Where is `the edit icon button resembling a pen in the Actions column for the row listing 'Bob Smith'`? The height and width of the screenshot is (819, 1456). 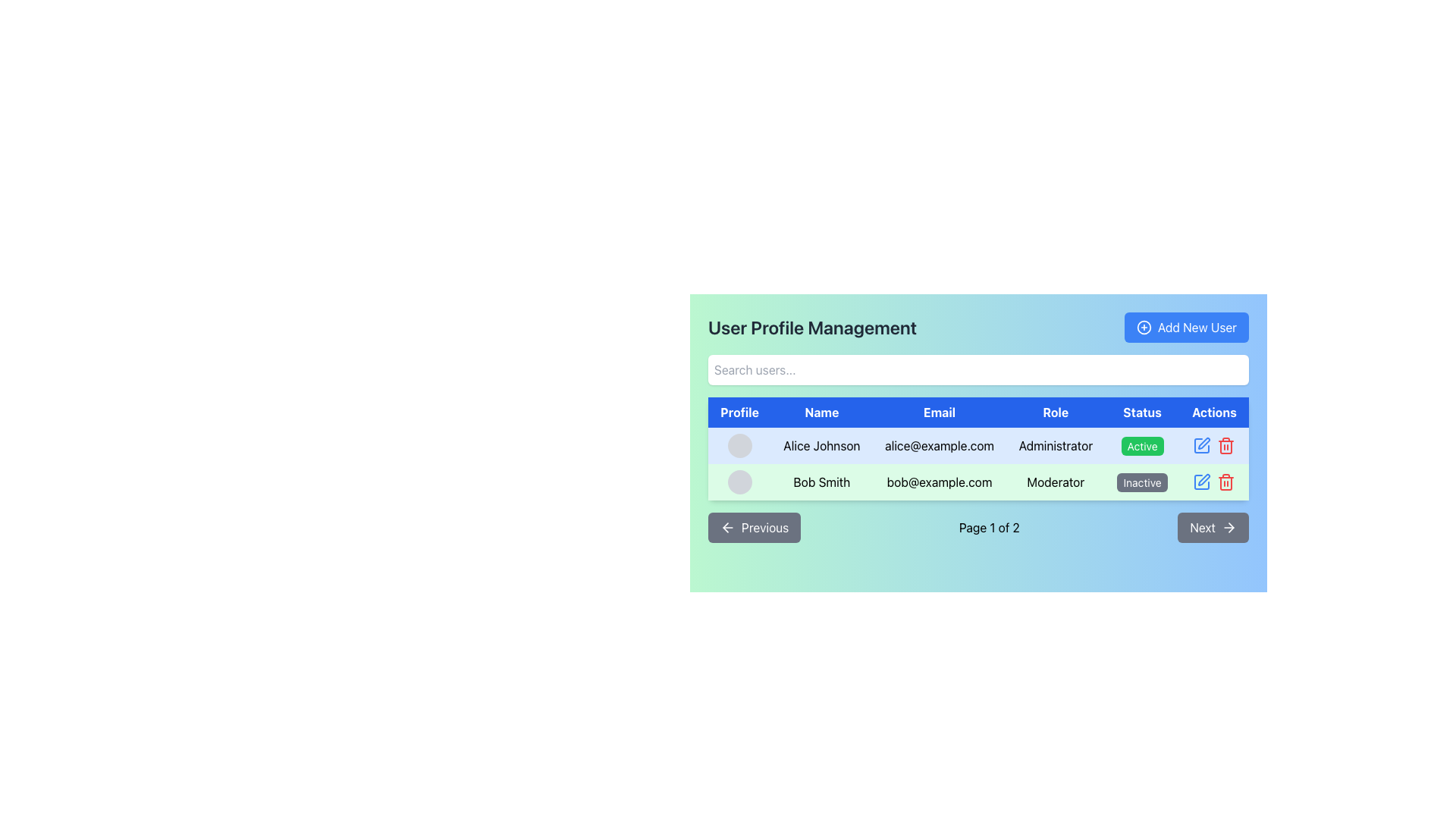 the edit icon button resembling a pen in the Actions column for the row listing 'Bob Smith' is located at coordinates (1203, 479).